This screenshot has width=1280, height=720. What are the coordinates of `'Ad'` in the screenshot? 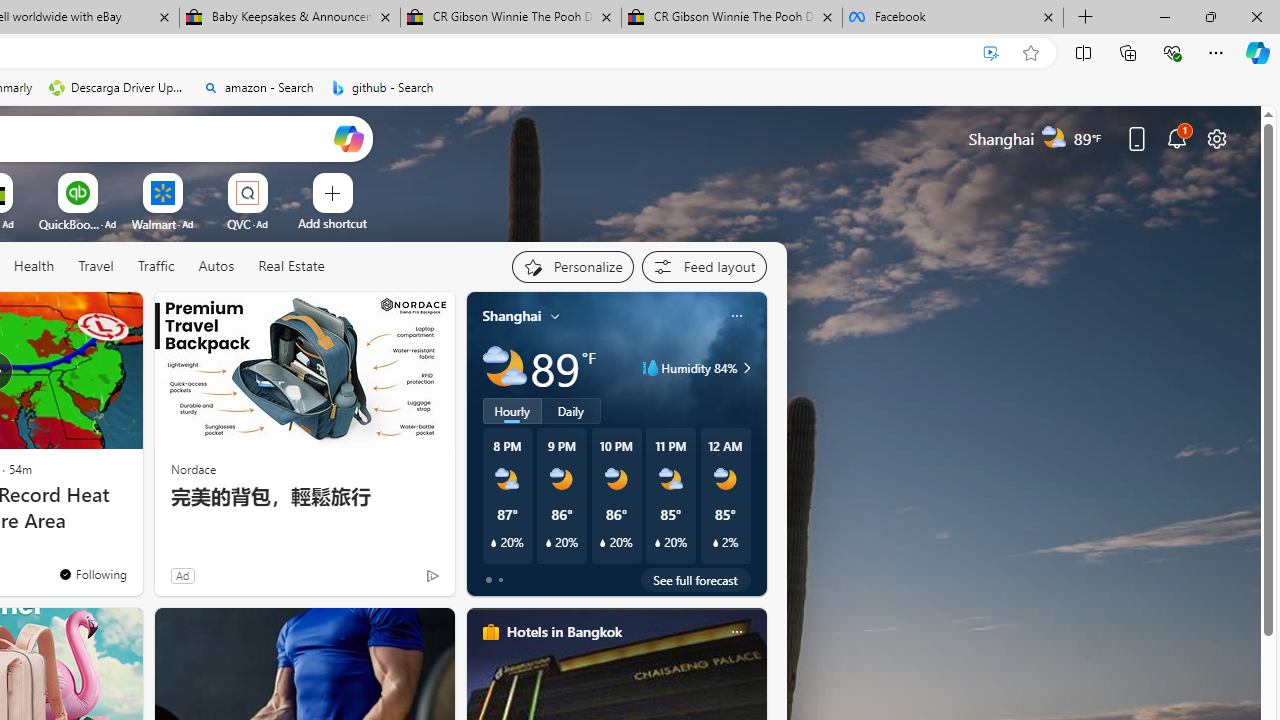 It's located at (182, 575).